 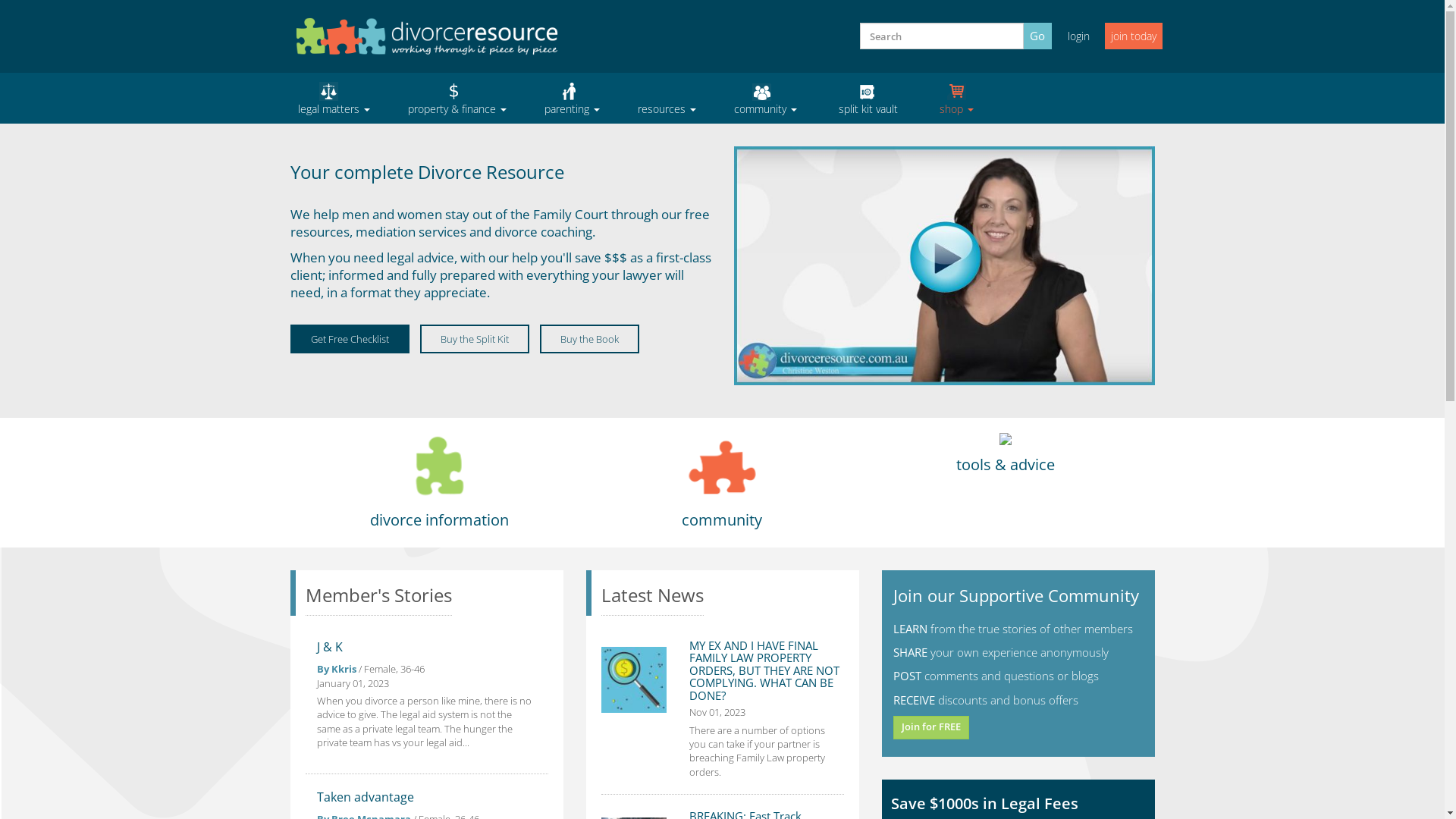 What do you see at coordinates (425, 35) in the screenshot?
I see `'Home'` at bounding box center [425, 35].